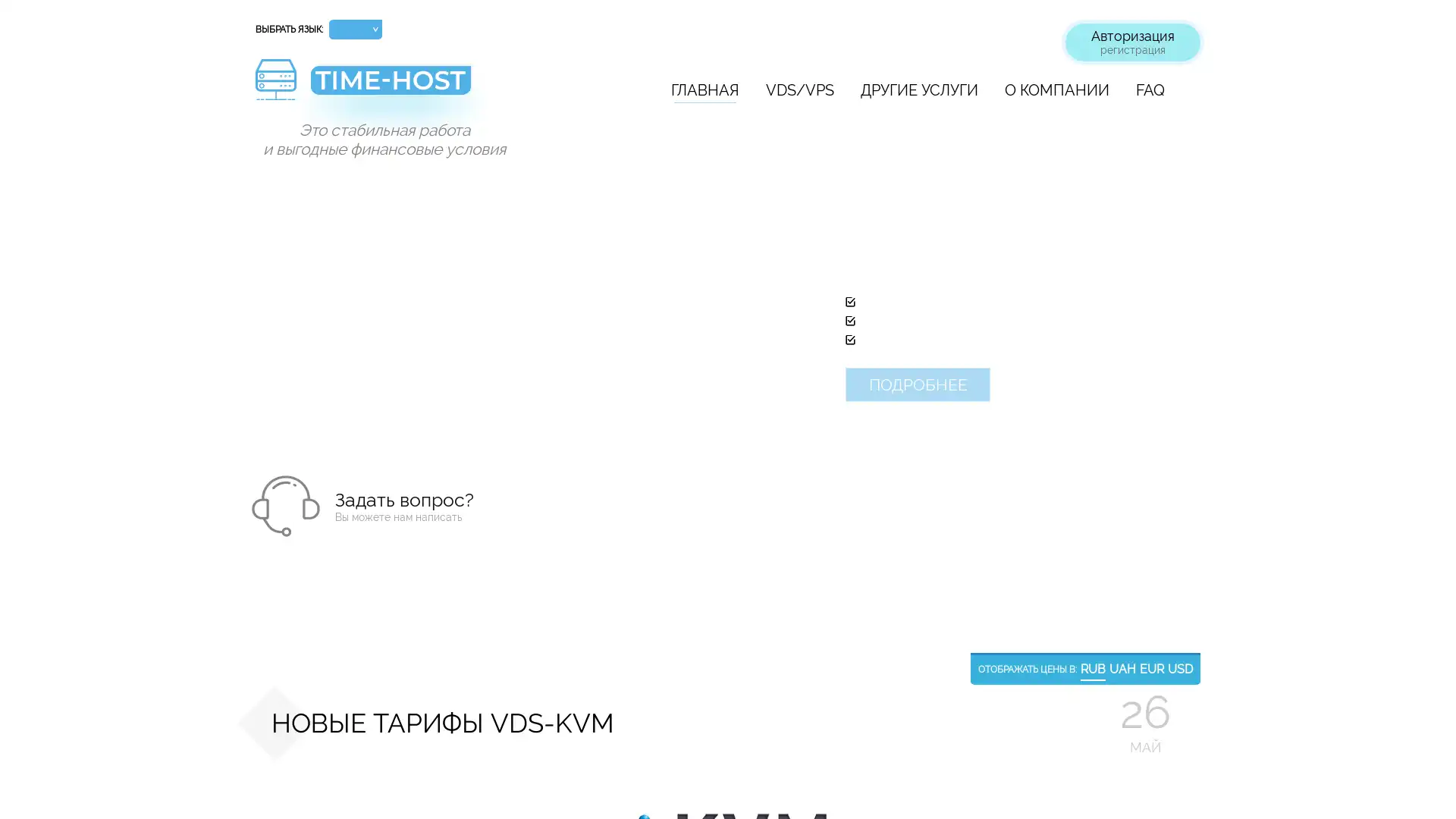 This screenshot has width=1456, height=819. Describe the element at coordinates (355, 167) in the screenshot. I see `it IT` at that location.